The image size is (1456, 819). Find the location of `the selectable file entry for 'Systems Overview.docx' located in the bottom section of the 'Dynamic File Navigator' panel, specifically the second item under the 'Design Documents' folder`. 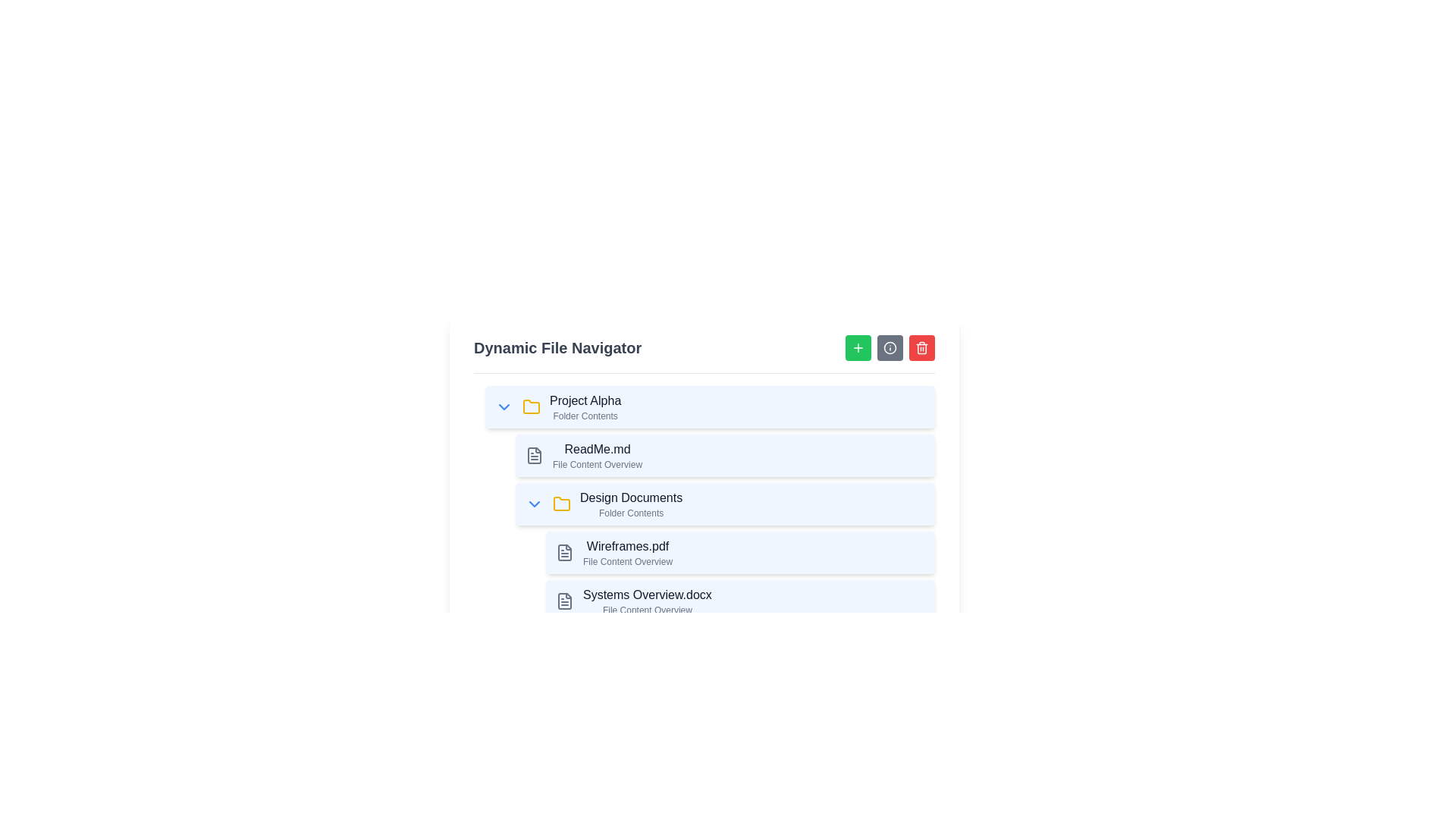

the selectable file entry for 'Systems Overview.docx' located in the bottom section of the 'Dynamic File Navigator' panel, specifically the second item under the 'Design Documents' folder is located at coordinates (741, 601).